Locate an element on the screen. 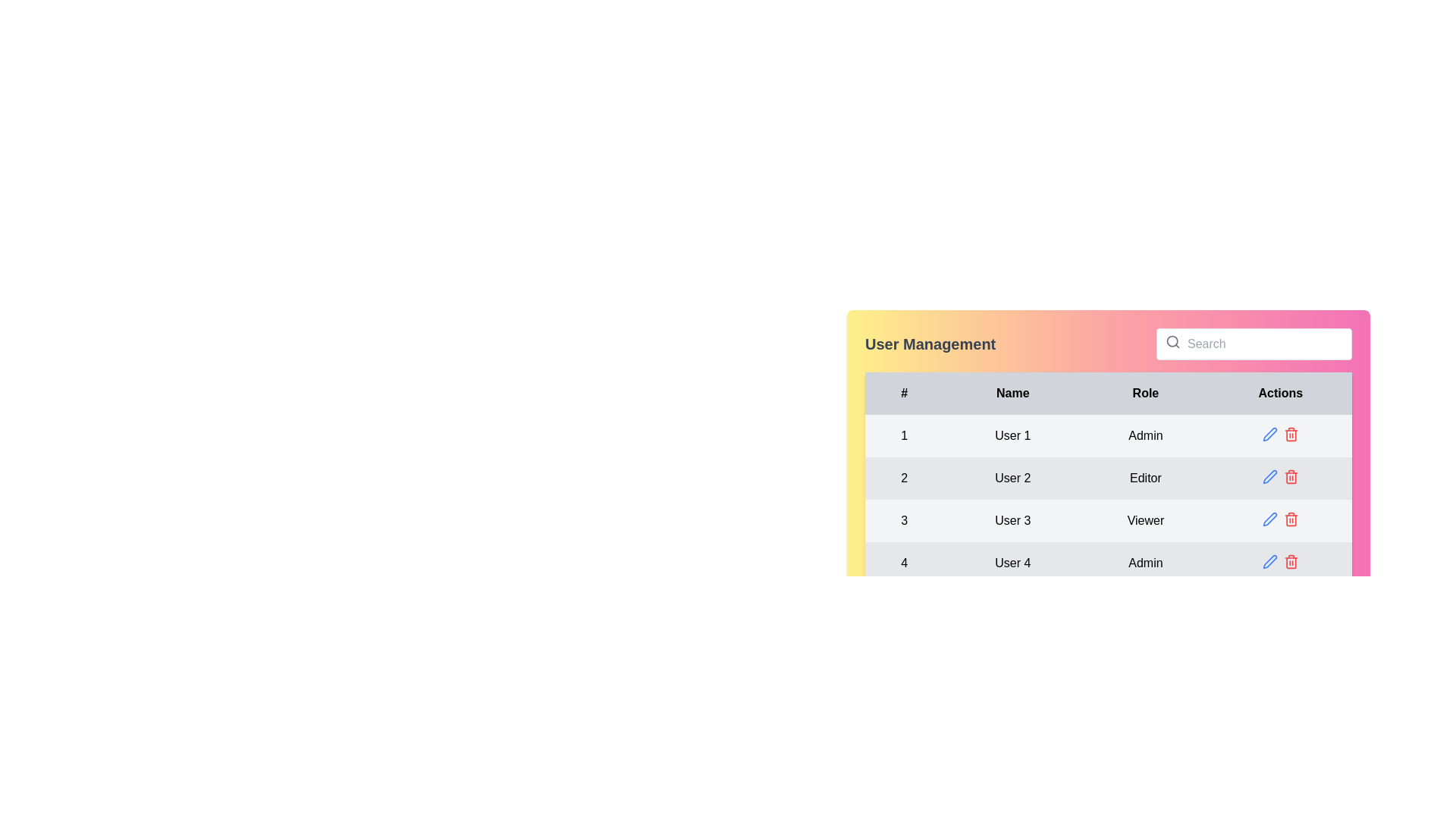  text label containing the string 'Editor' located in the 'Role' column of the second row of the table, styled with center alignment and a light gray background is located at coordinates (1145, 479).